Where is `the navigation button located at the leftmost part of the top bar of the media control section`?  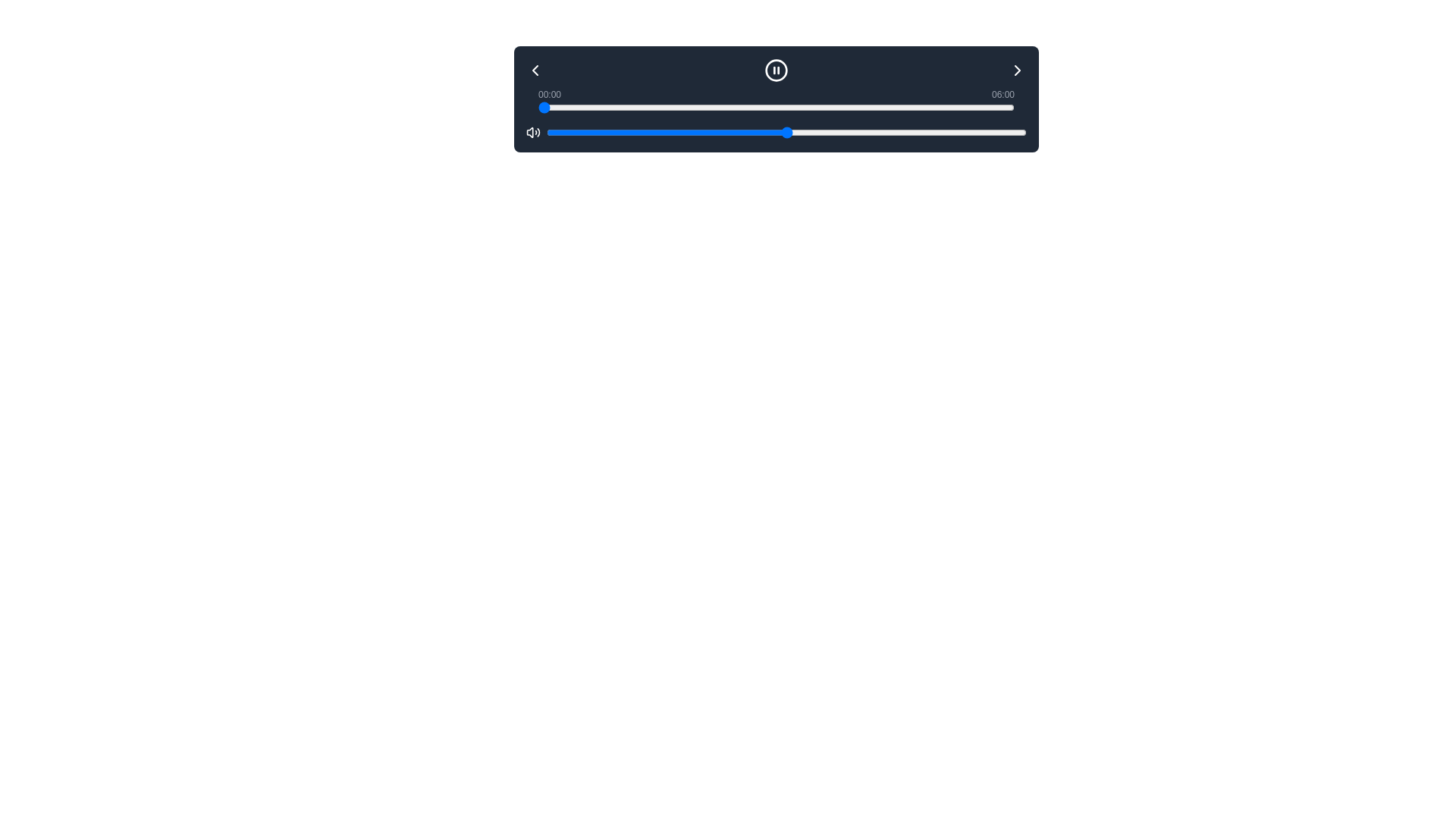 the navigation button located at the leftmost part of the top bar of the media control section is located at coordinates (535, 70).